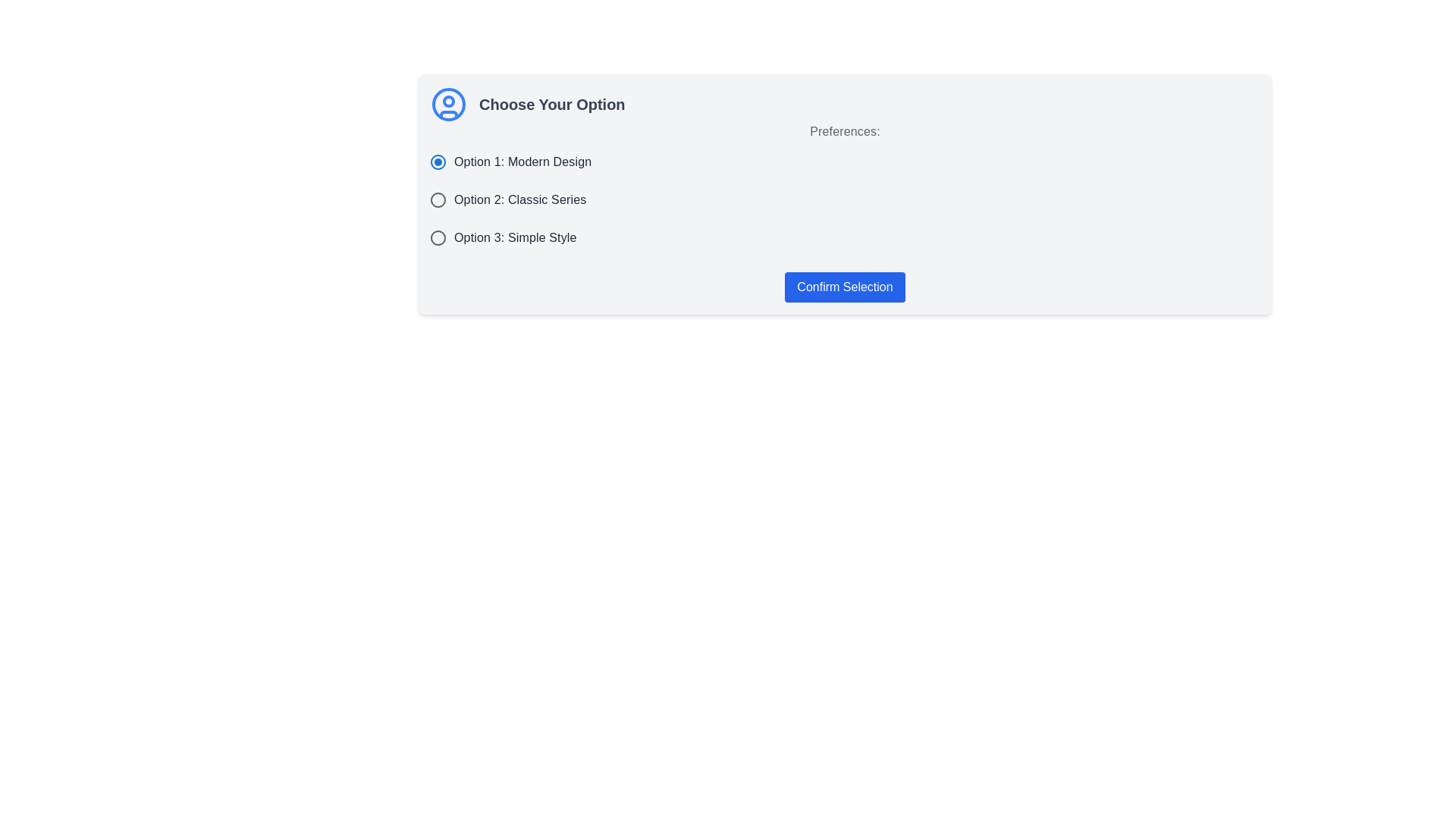 This screenshot has height=819, width=1456. What do you see at coordinates (437, 162) in the screenshot?
I see `the SVG graphic element of the radio button labeled 'Option 1: Modern Design', which appears as a circular shape with a thin border` at bounding box center [437, 162].